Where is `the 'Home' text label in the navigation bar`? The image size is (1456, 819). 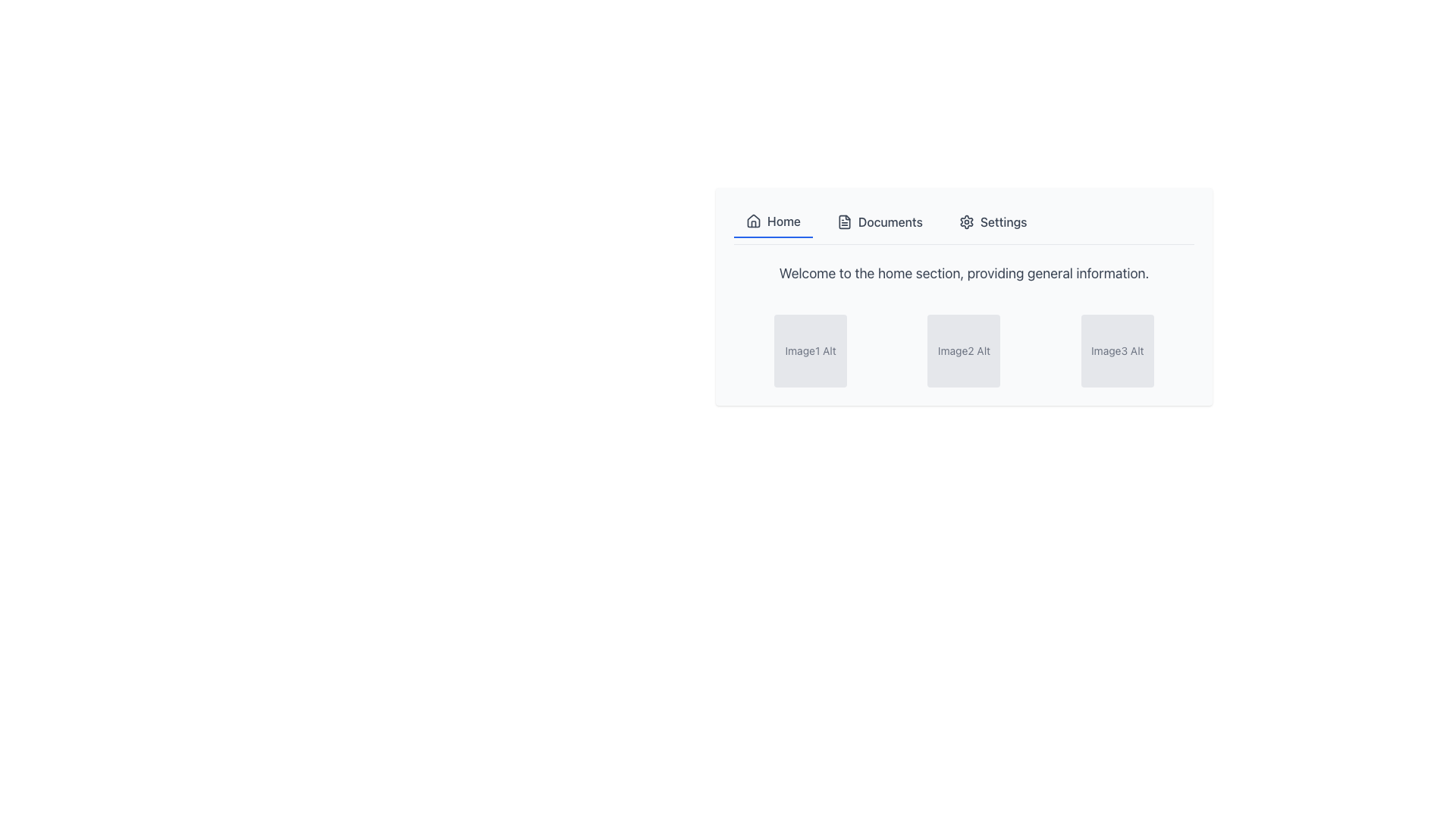 the 'Home' text label in the navigation bar is located at coordinates (783, 221).